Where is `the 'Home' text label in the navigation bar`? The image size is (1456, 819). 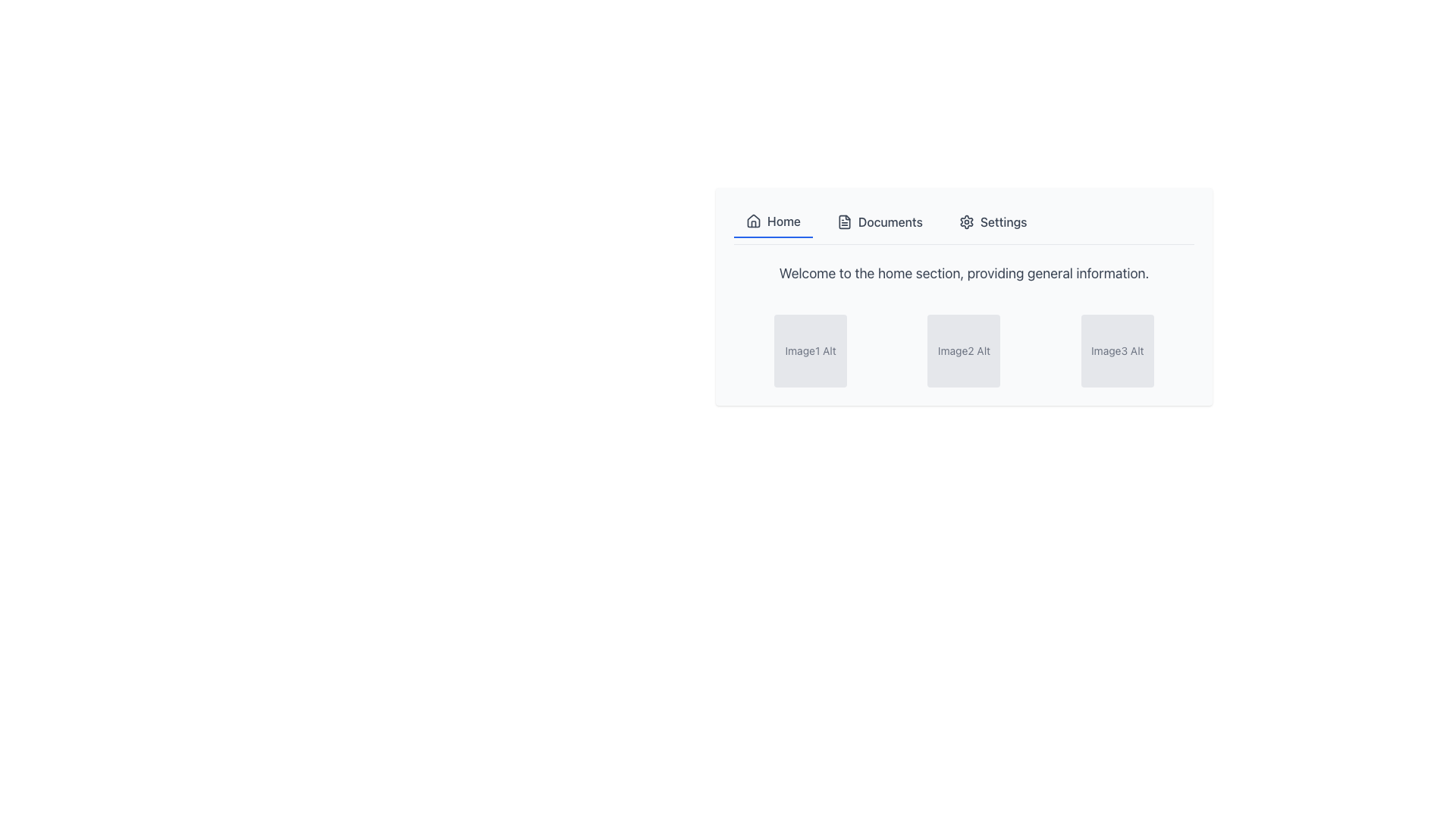 the 'Home' text label in the navigation bar is located at coordinates (783, 221).